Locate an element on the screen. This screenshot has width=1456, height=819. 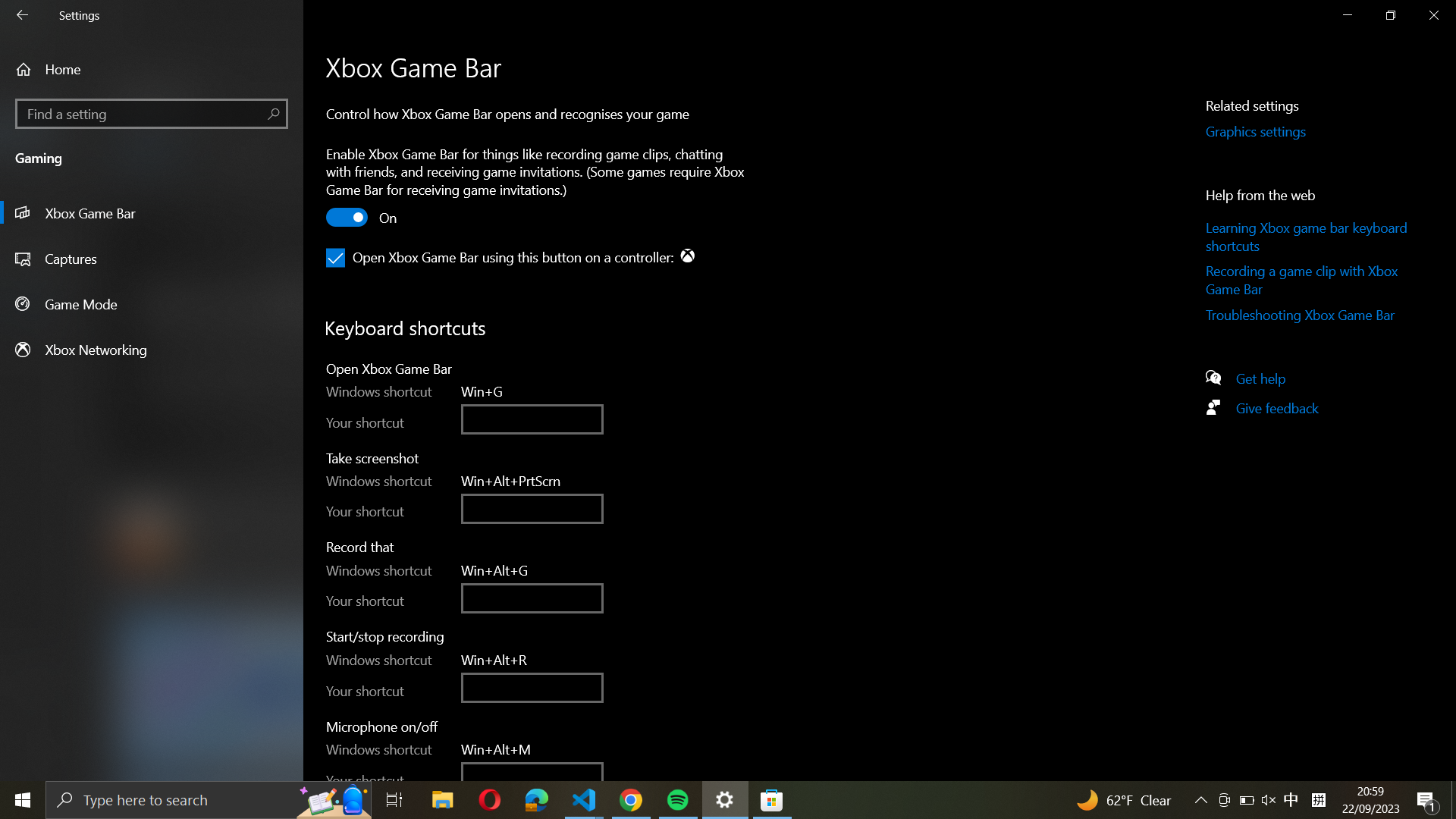
Locate and click on the feedback submission page is located at coordinates (1268, 411).